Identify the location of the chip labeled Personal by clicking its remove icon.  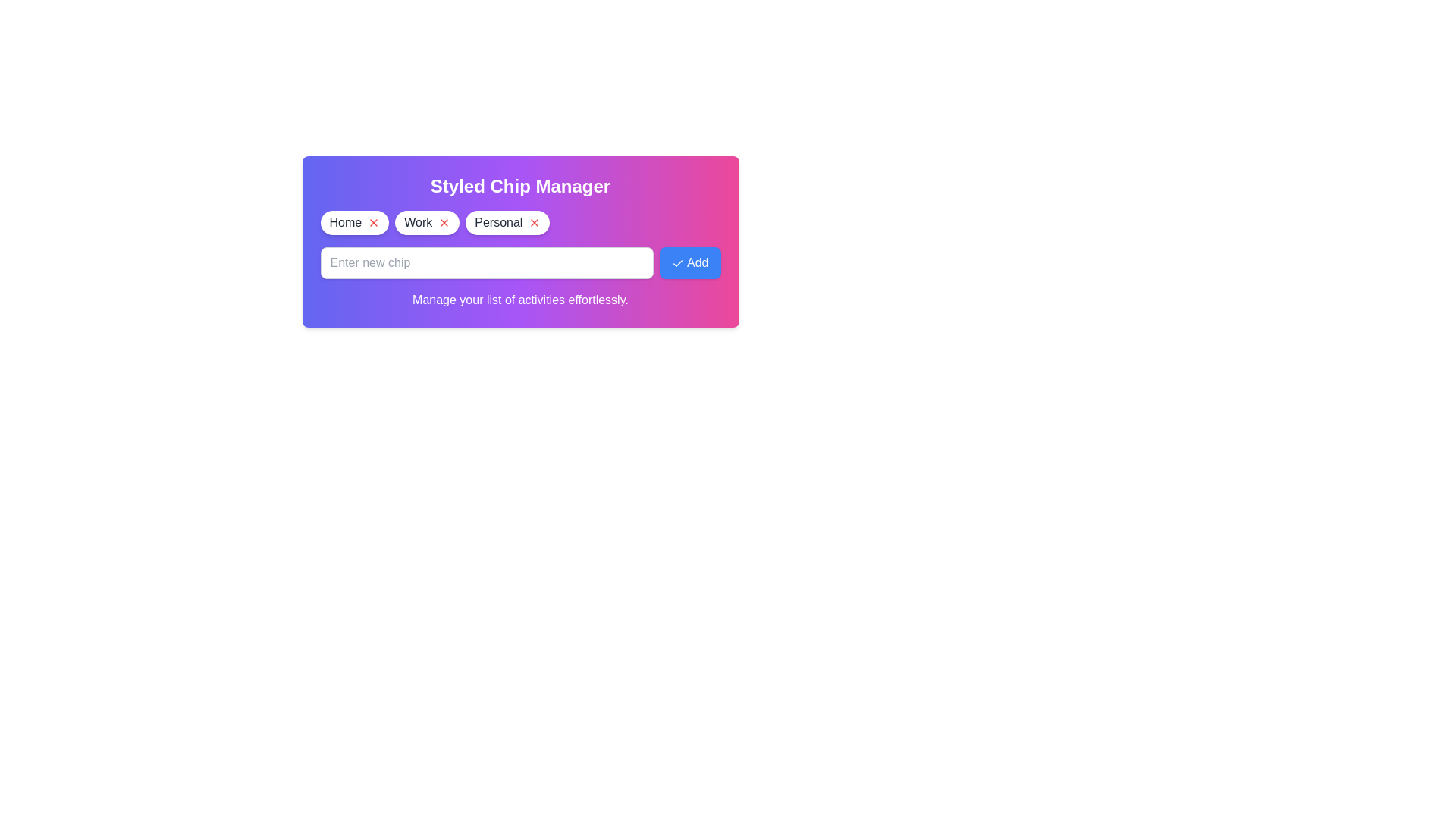
(535, 222).